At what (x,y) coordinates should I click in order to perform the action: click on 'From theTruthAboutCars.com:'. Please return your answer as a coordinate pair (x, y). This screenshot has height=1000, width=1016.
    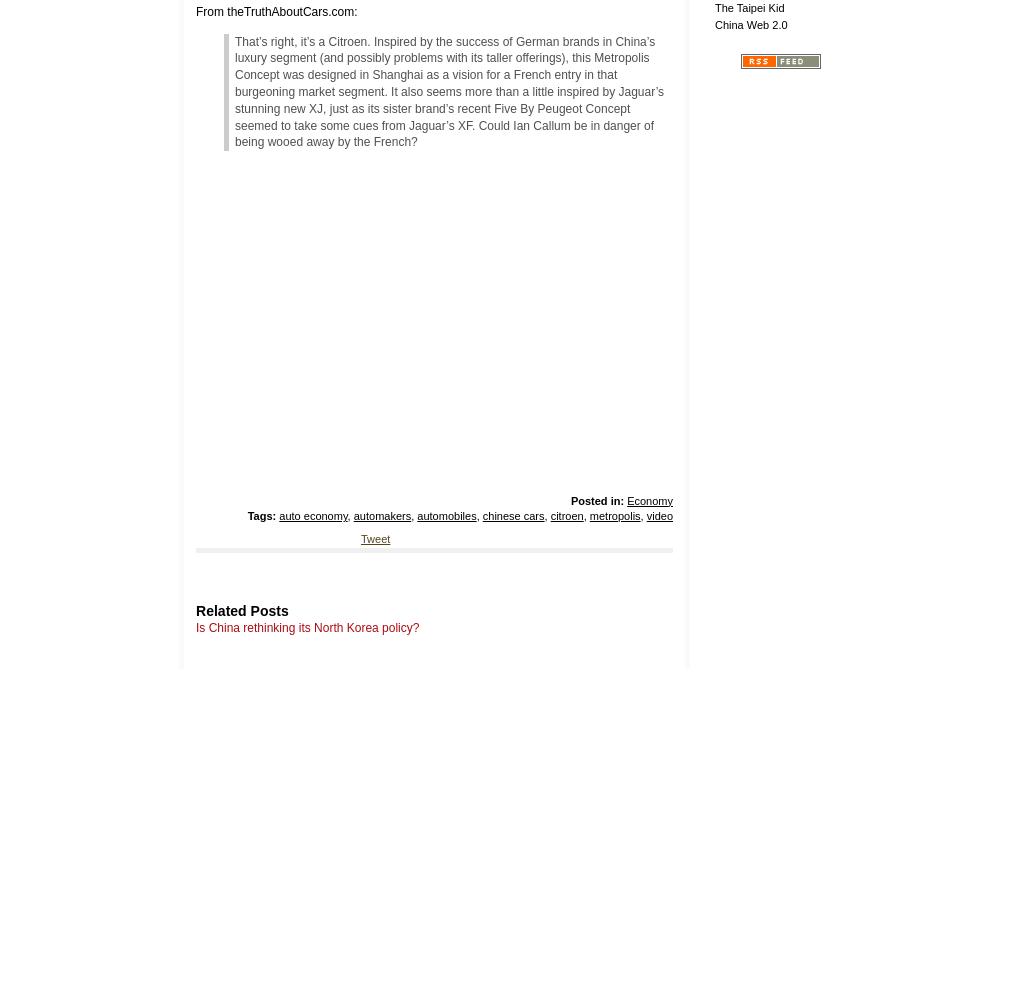
    Looking at the image, I should click on (275, 11).